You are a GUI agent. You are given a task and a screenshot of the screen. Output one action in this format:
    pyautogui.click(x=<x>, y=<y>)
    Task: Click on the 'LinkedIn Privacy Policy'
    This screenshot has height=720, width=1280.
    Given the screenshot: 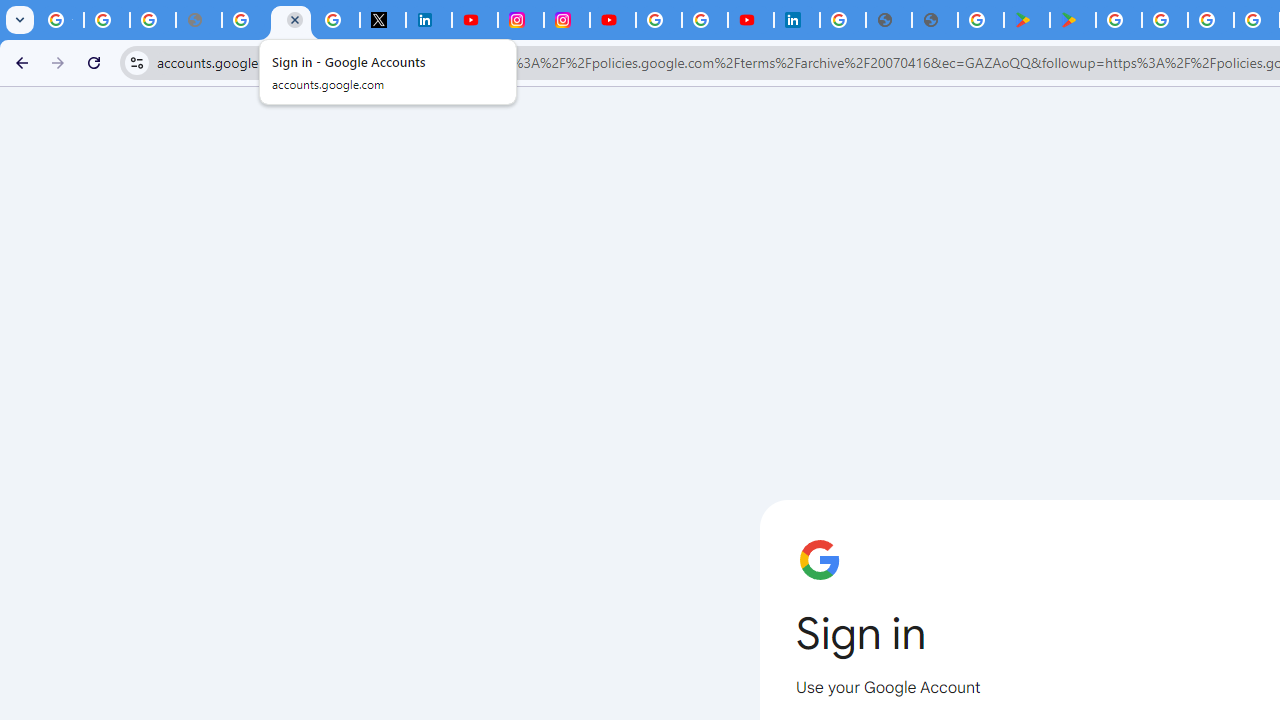 What is the action you would take?
    pyautogui.click(x=427, y=20)
    